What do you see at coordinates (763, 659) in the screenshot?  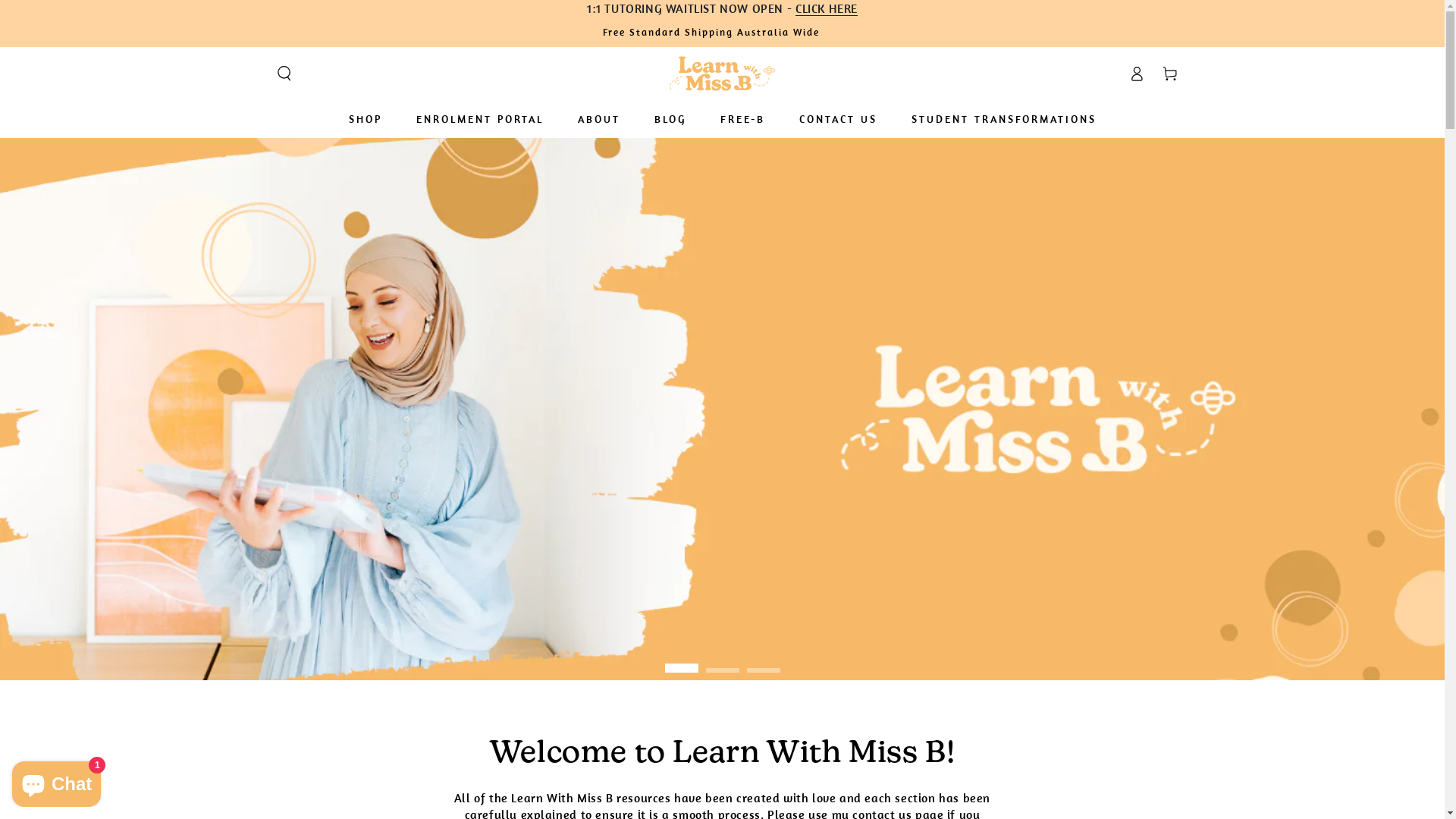 I see `'View slide 3'` at bounding box center [763, 659].